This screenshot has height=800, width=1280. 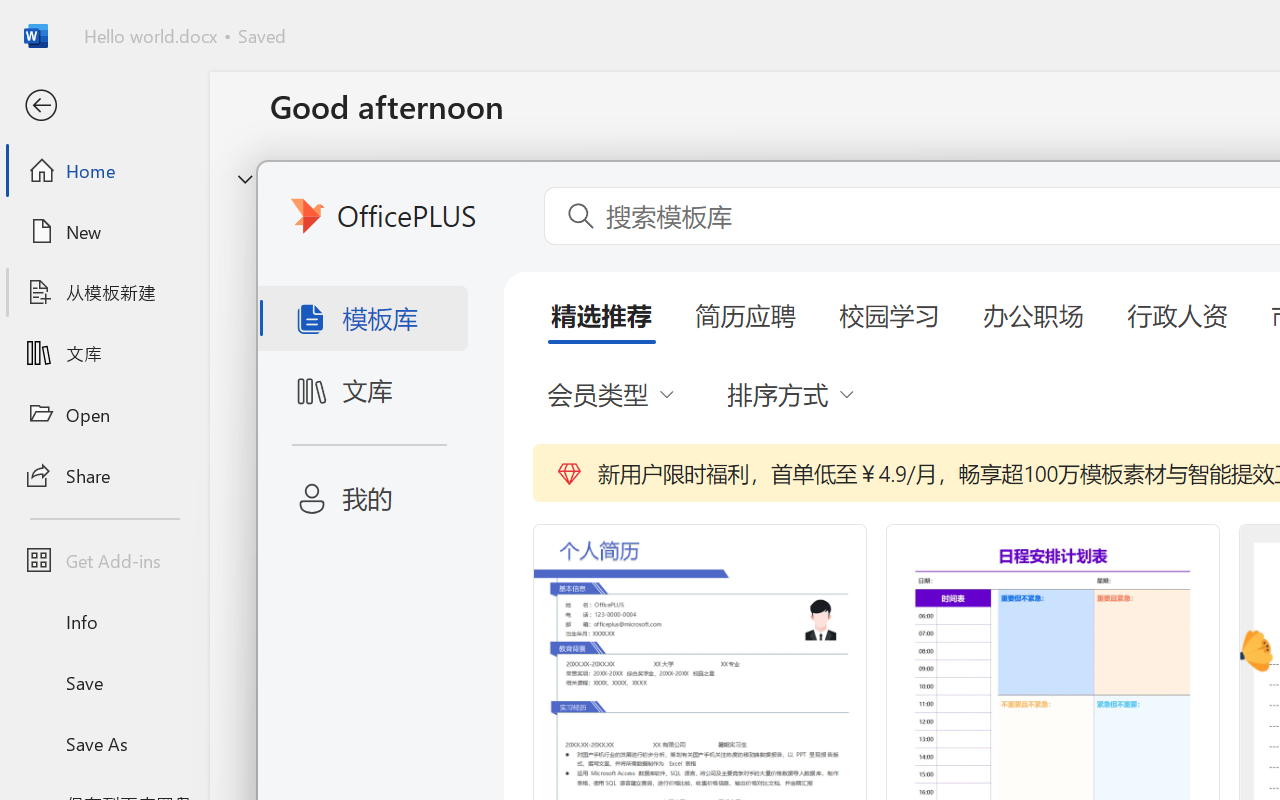 What do you see at coordinates (103, 560) in the screenshot?
I see `'Get Add-ins'` at bounding box center [103, 560].